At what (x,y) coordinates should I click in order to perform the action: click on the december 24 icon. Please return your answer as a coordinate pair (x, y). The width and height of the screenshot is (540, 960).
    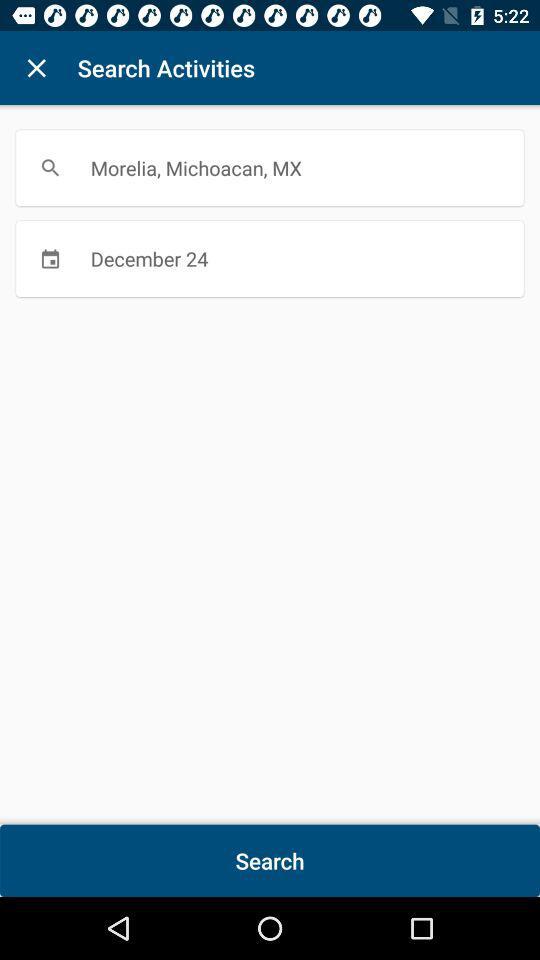
    Looking at the image, I should click on (270, 257).